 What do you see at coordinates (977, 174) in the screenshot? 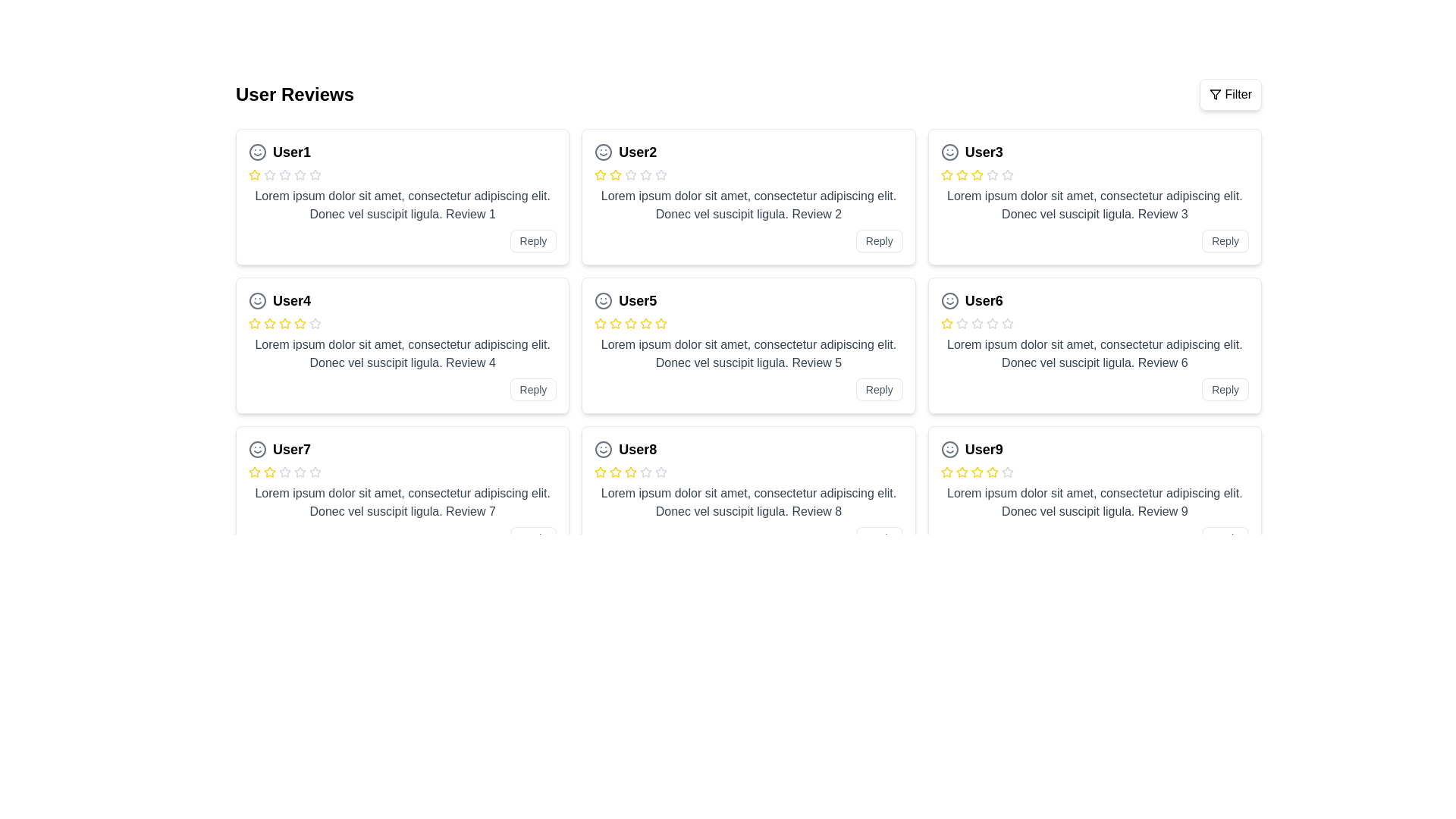
I see `the fourth star in the rating indicator for 'User3' located in the review card of the second row, first column` at bounding box center [977, 174].